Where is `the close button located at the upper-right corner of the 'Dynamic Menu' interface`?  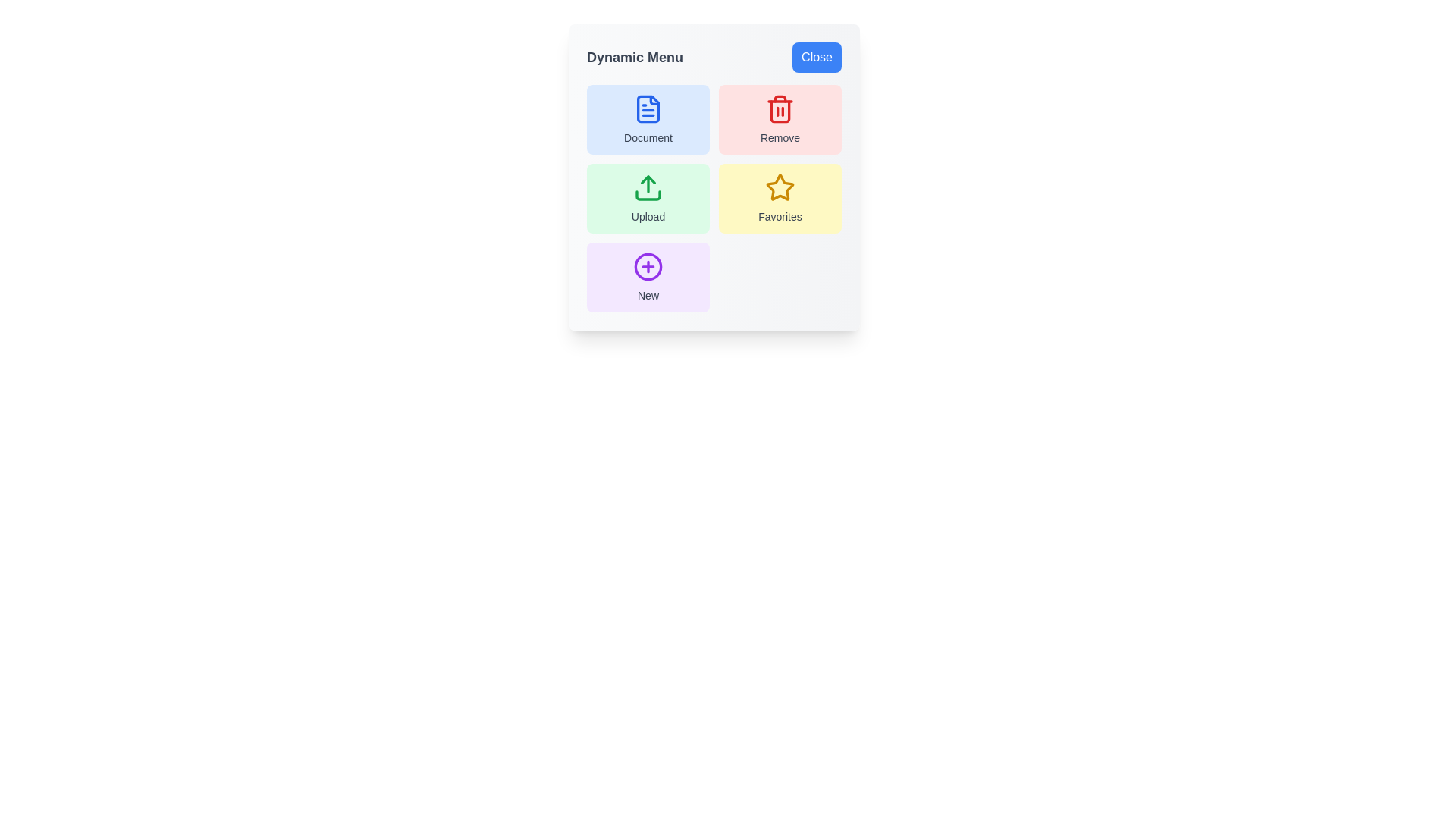 the close button located at the upper-right corner of the 'Dynamic Menu' interface is located at coordinates (816, 57).